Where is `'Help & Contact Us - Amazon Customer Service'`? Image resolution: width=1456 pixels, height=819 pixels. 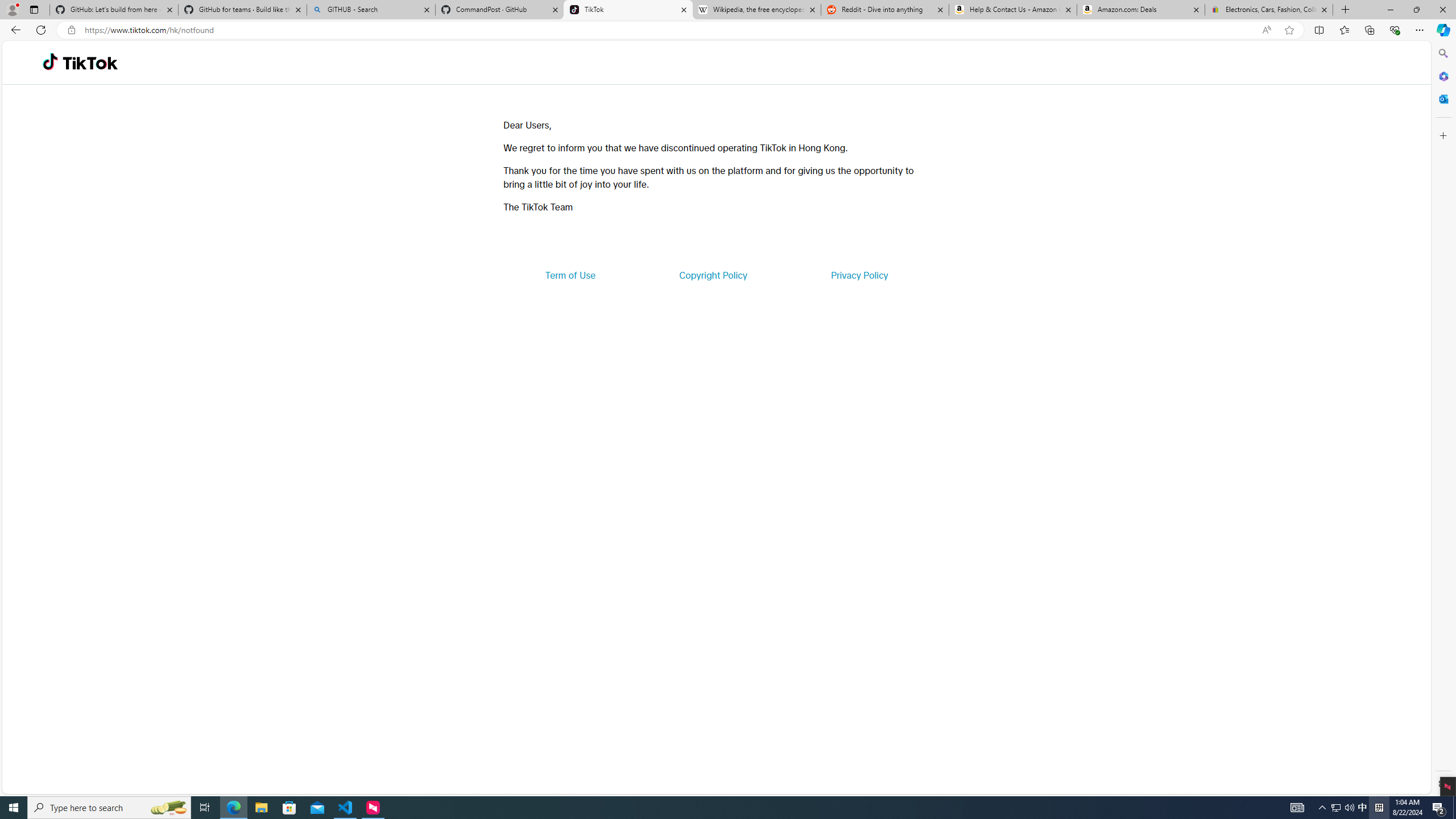 'Help & Contact Us - Amazon Customer Service' is located at coordinates (1012, 9).